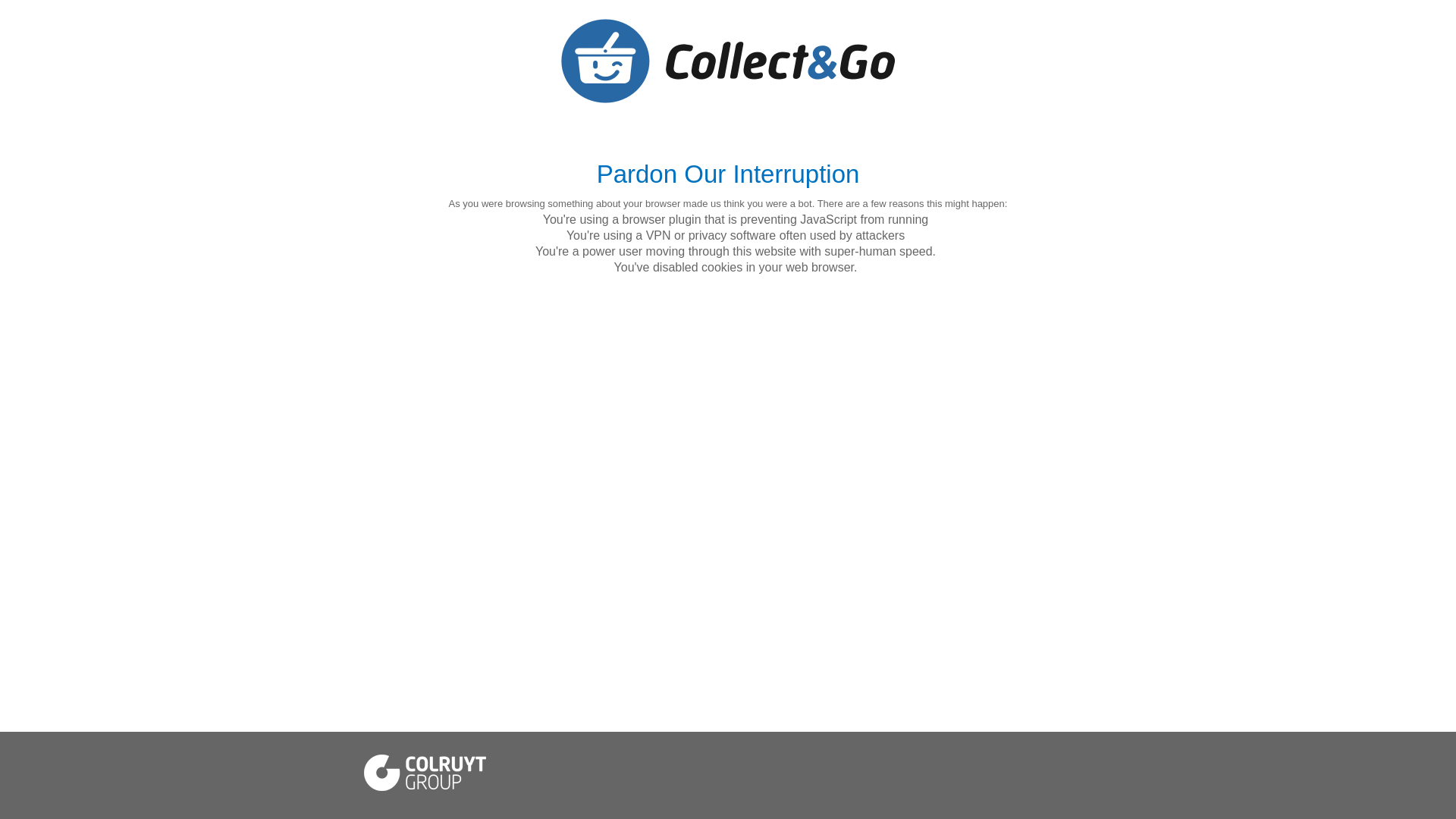  Describe the element at coordinates (661, 219) in the screenshot. I see `'browser plugin'` at that location.